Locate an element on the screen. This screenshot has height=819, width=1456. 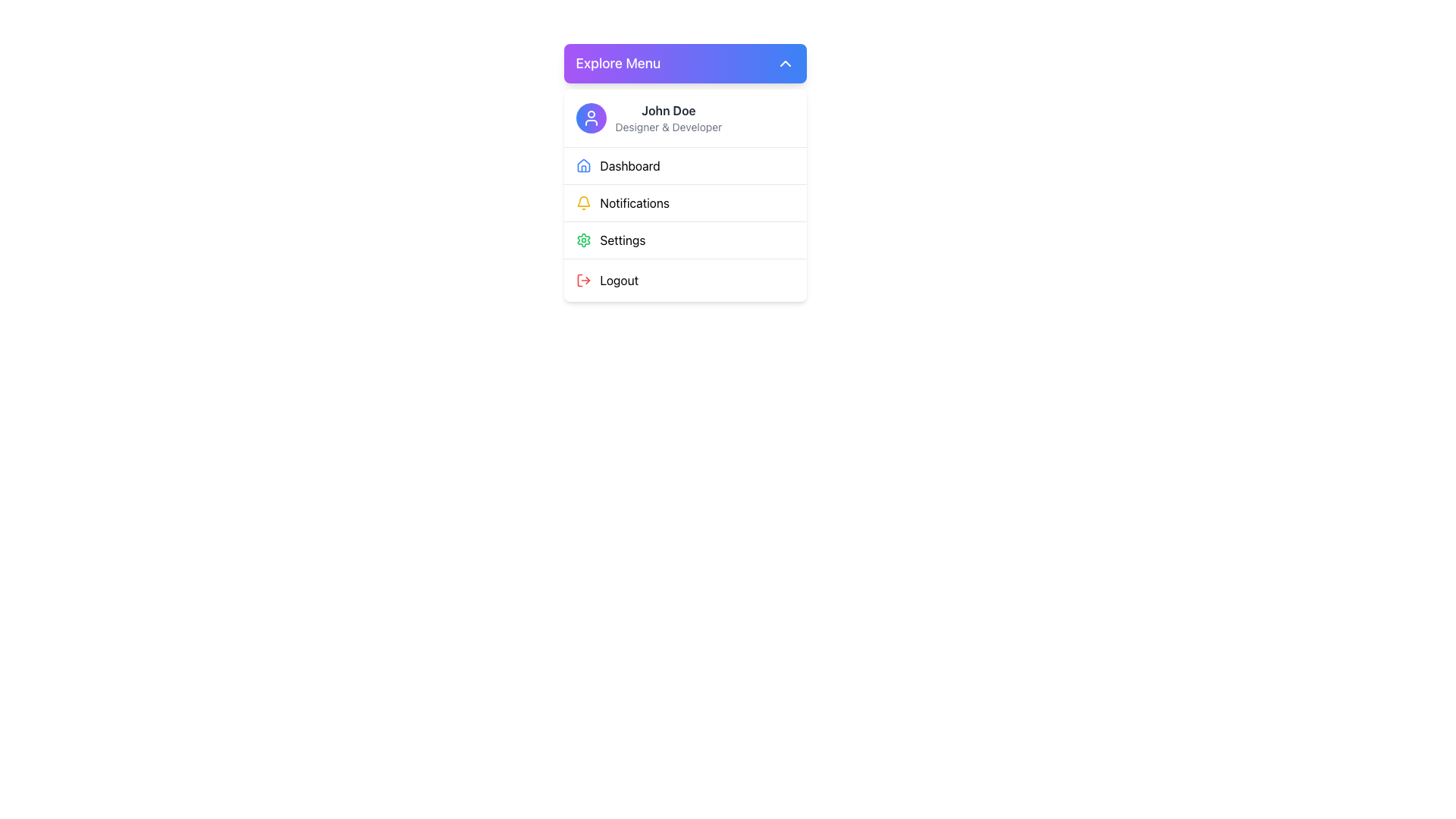
the first item in the dropdown menu labeled 'Explore Menu' is located at coordinates (684, 166).